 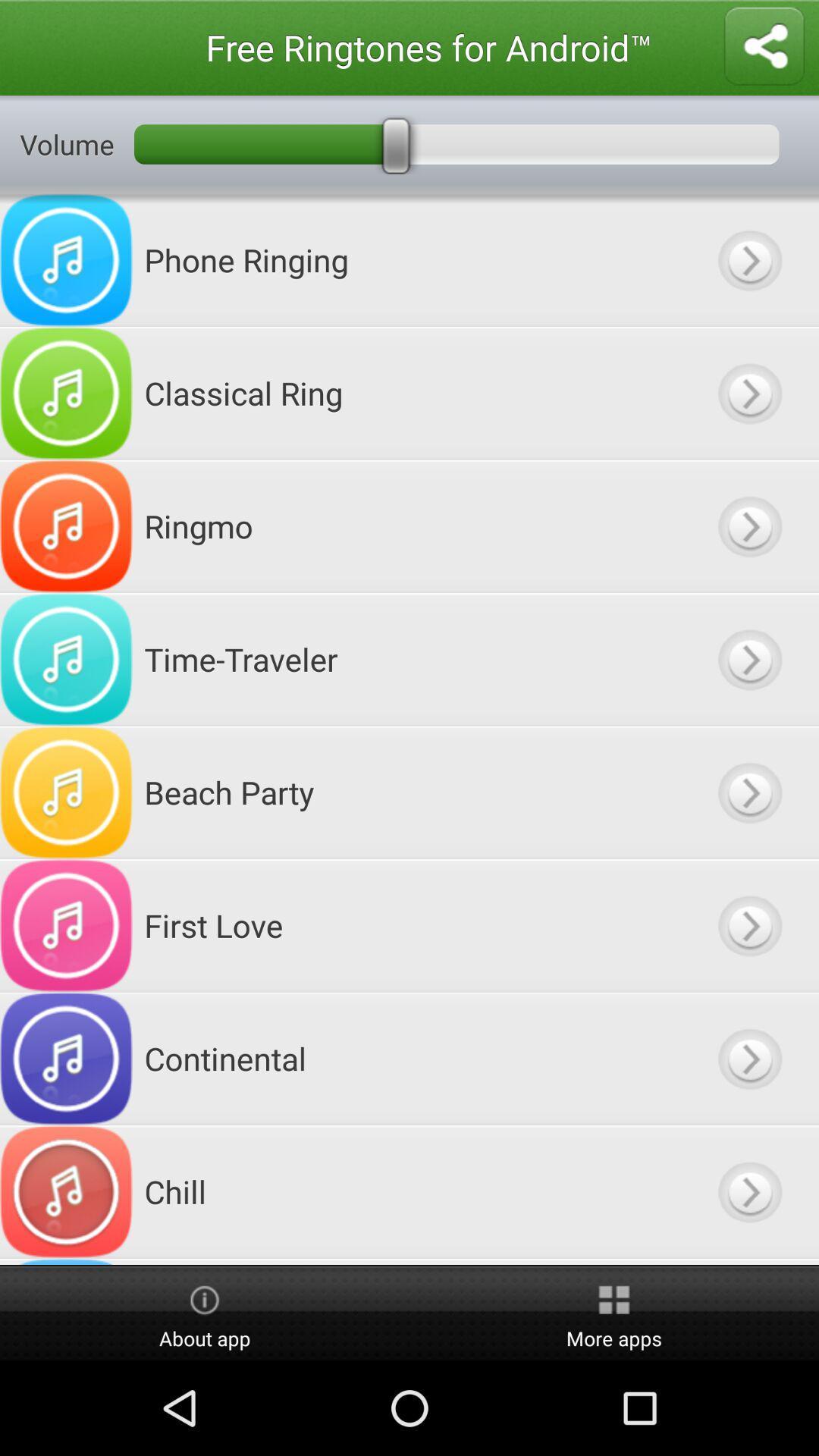 What do you see at coordinates (764, 47) in the screenshot?
I see `share on social media` at bounding box center [764, 47].